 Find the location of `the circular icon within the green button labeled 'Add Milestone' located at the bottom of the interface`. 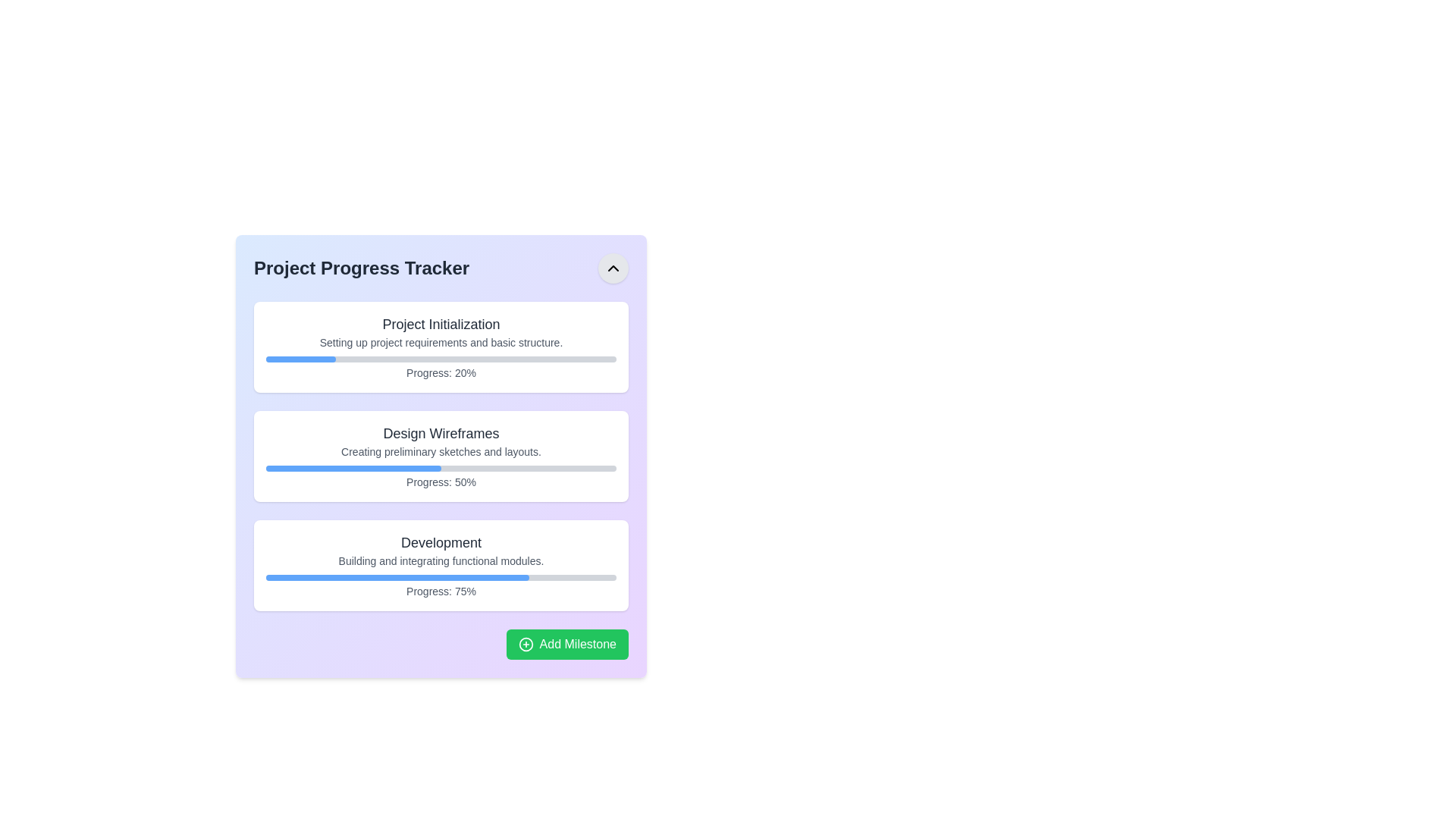

the circular icon within the green button labeled 'Add Milestone' located at the bottom of the interface is located at coordinates (526, 644).